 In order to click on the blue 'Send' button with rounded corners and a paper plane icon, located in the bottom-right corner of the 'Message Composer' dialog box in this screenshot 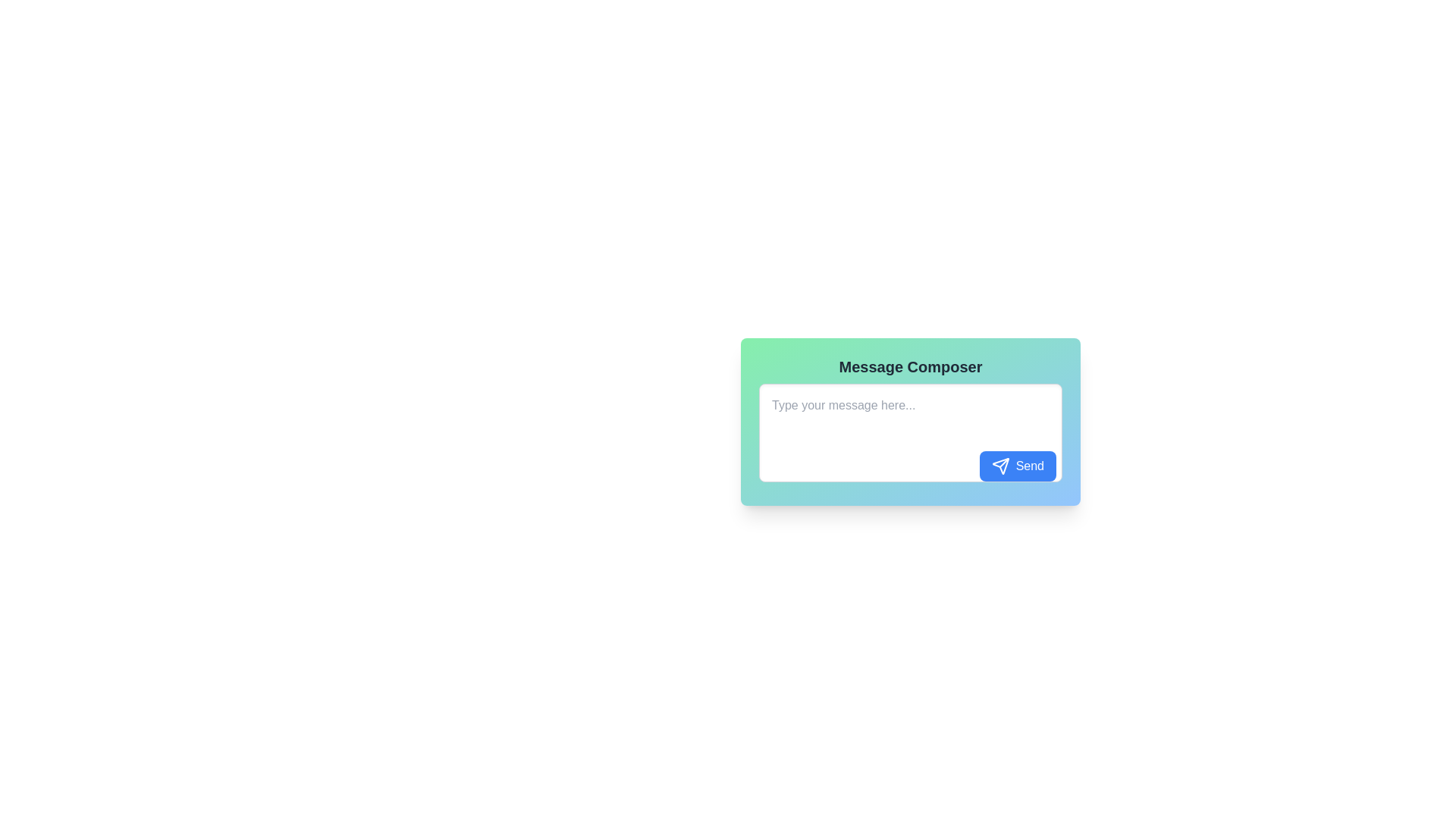, I will do `click(1018, 465)`.